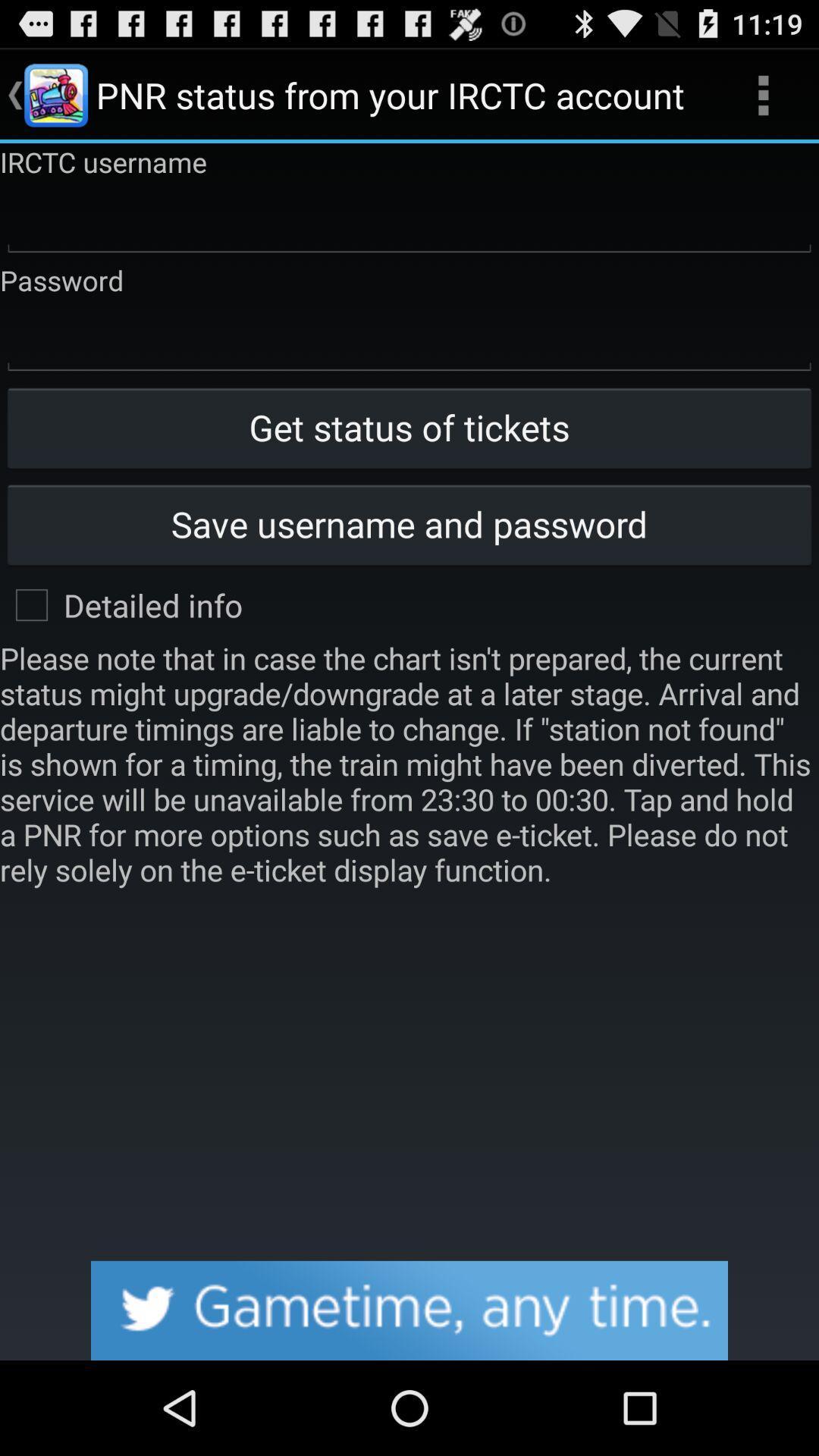 The width and height of the screenshot is (819, 1456). Describe the element at coordinates (409, 220) in the screenshot. I see `username` at that location.